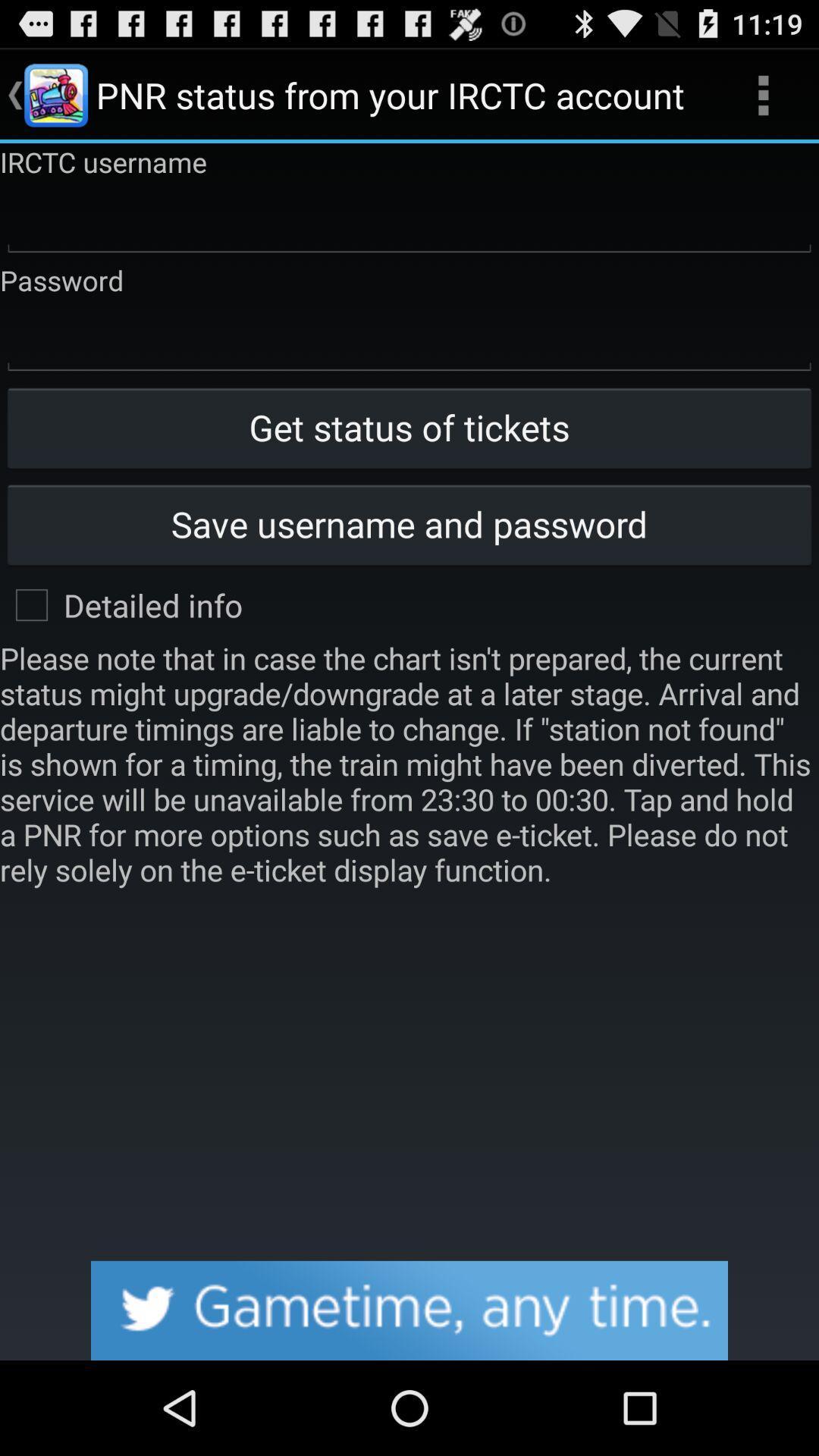 The width and height of the screenshot is (819, 1456). Describe the element at coordinates (409, 220) in the screenshot. I see `username` at that location.